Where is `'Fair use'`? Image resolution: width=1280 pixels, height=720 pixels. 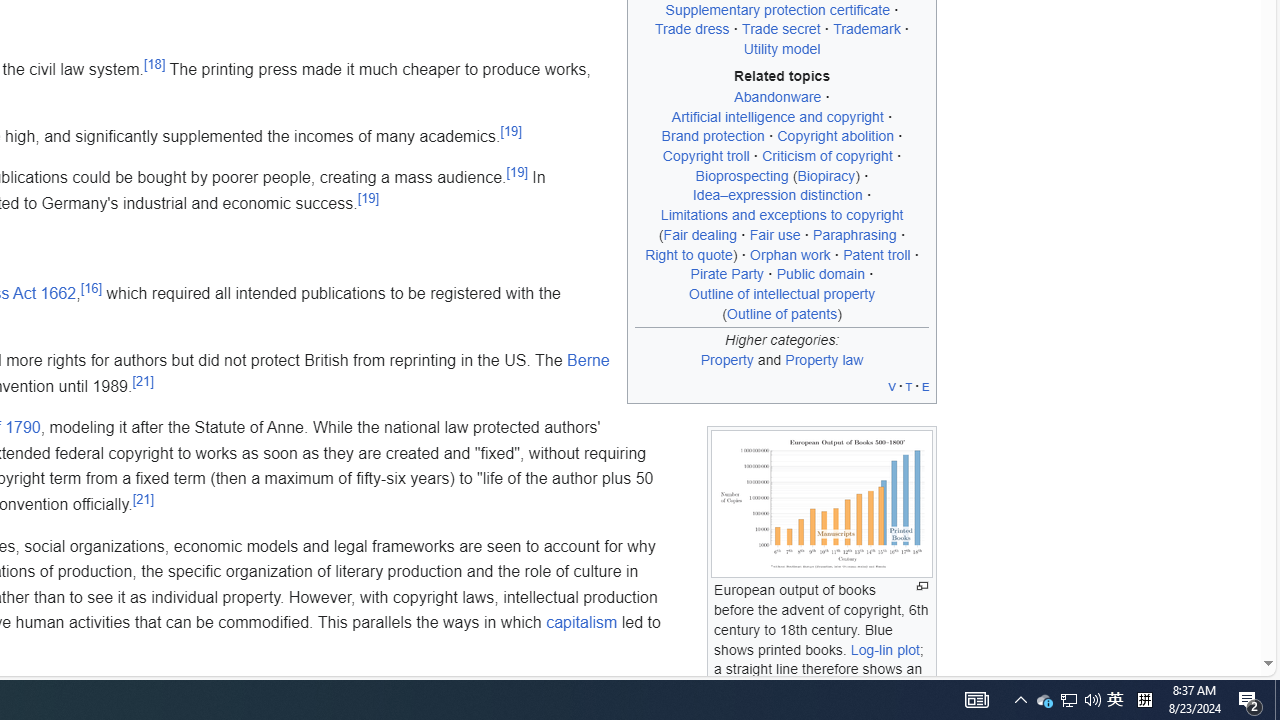 'Fair use' is located at coordinates (774, 233).